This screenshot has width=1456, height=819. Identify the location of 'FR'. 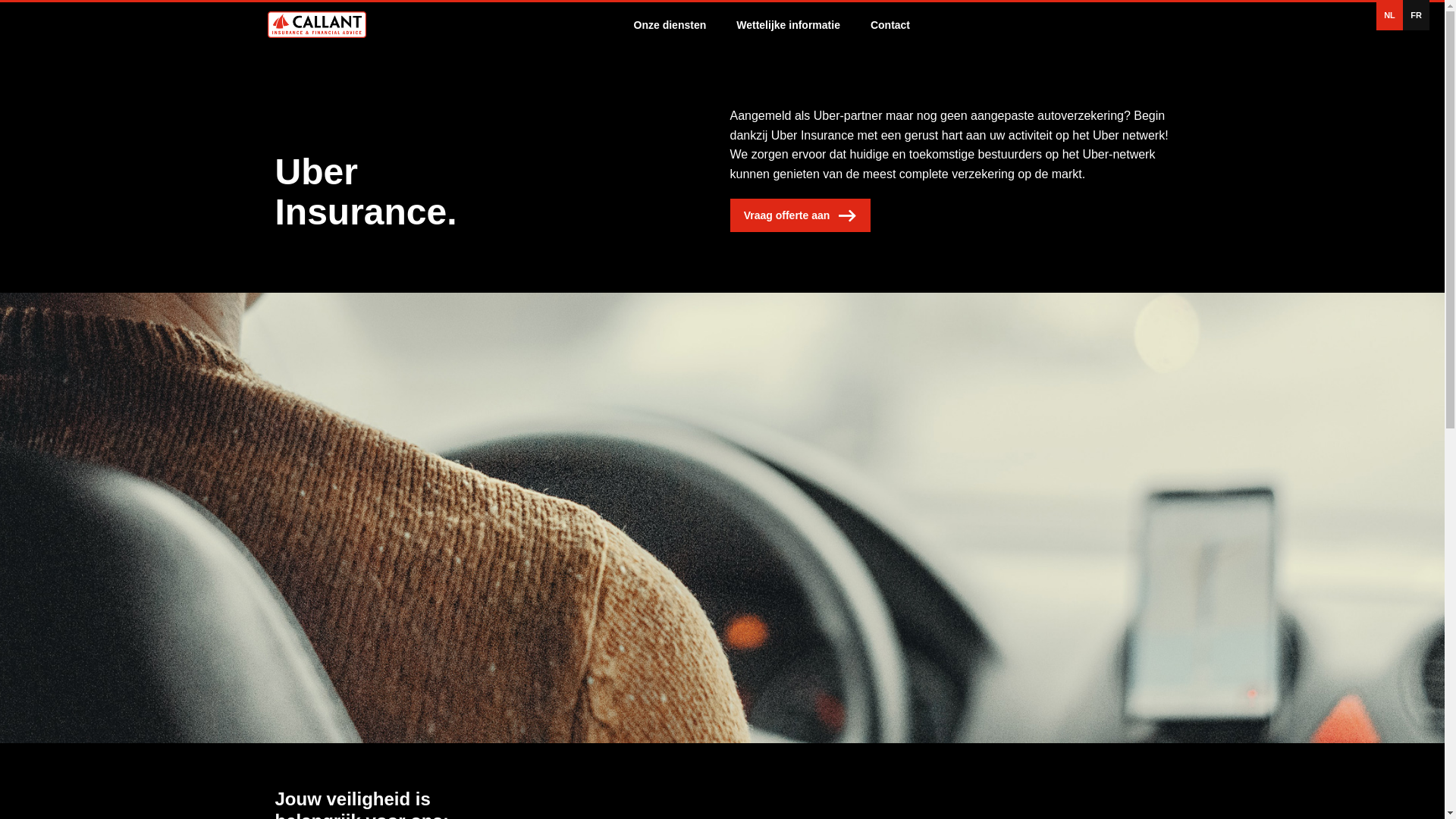
(1415, 14).